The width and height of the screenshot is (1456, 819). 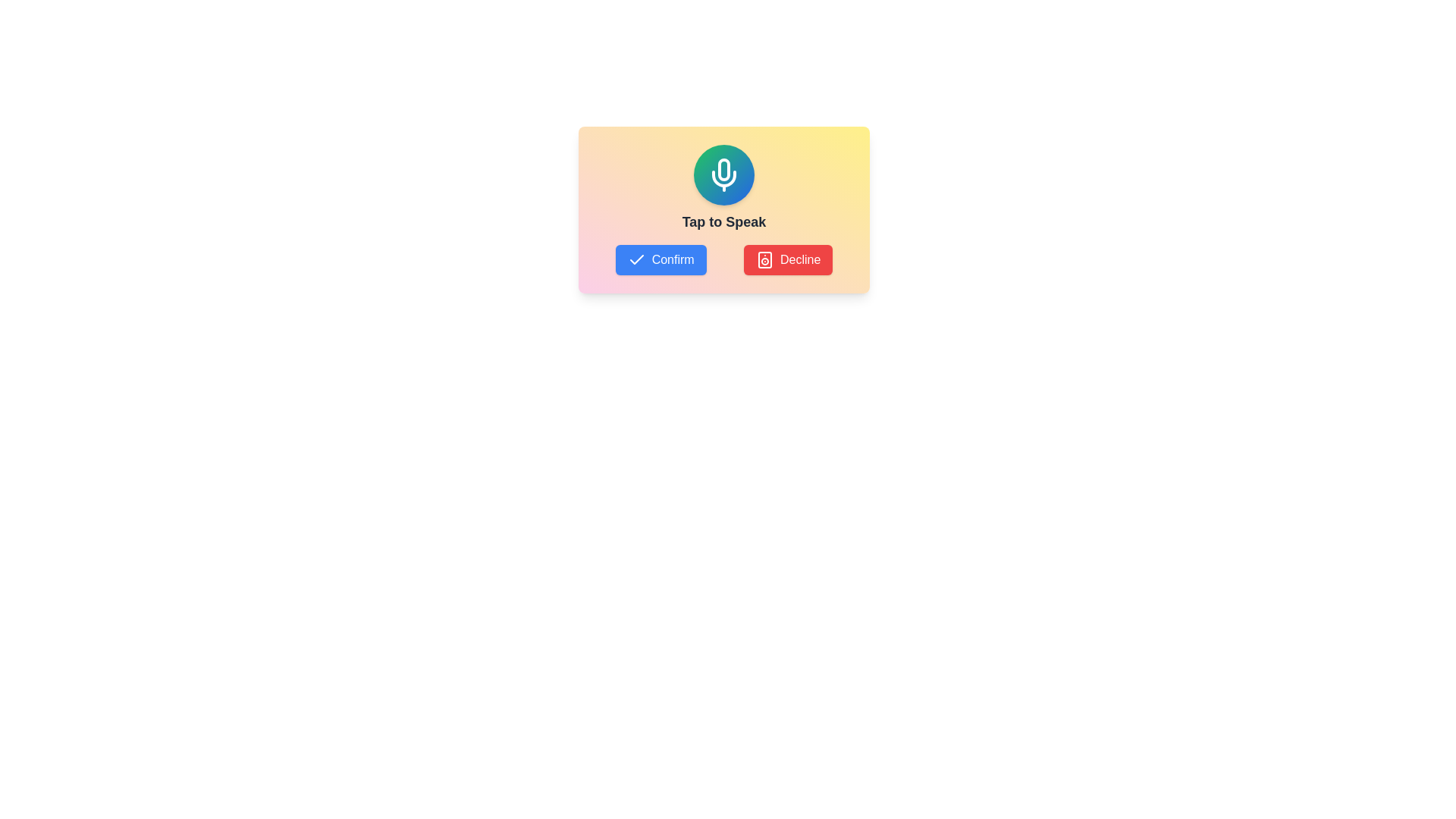 What do you see at coordinates (723, 174) in the screenshot?
I see `the microphone button located in the center of the yellow panel at the top, which activates the voice input or recording function` at bounding box center [723, 174].